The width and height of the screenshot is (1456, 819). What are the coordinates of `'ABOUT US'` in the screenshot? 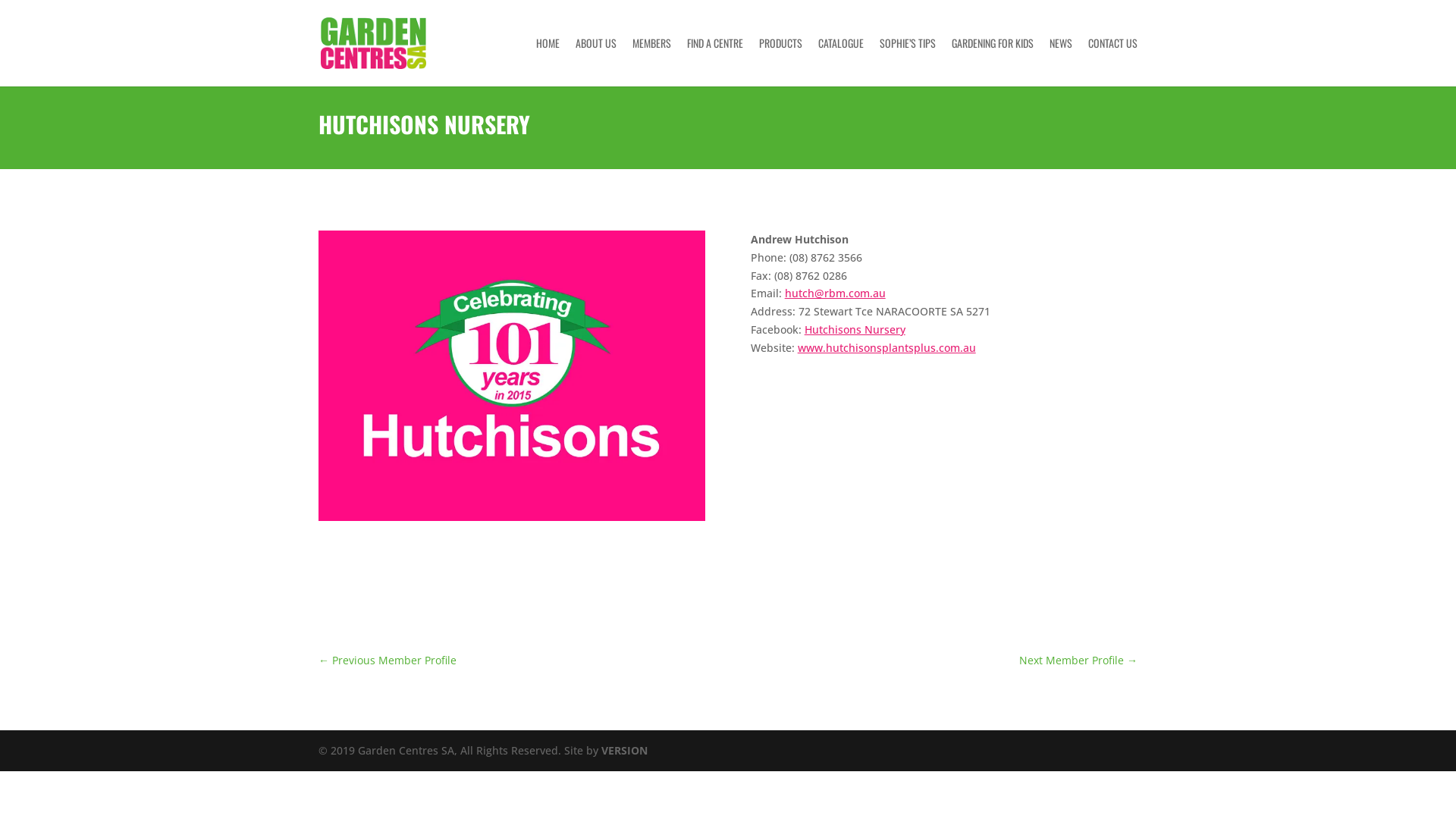 It's located at (595, 61).